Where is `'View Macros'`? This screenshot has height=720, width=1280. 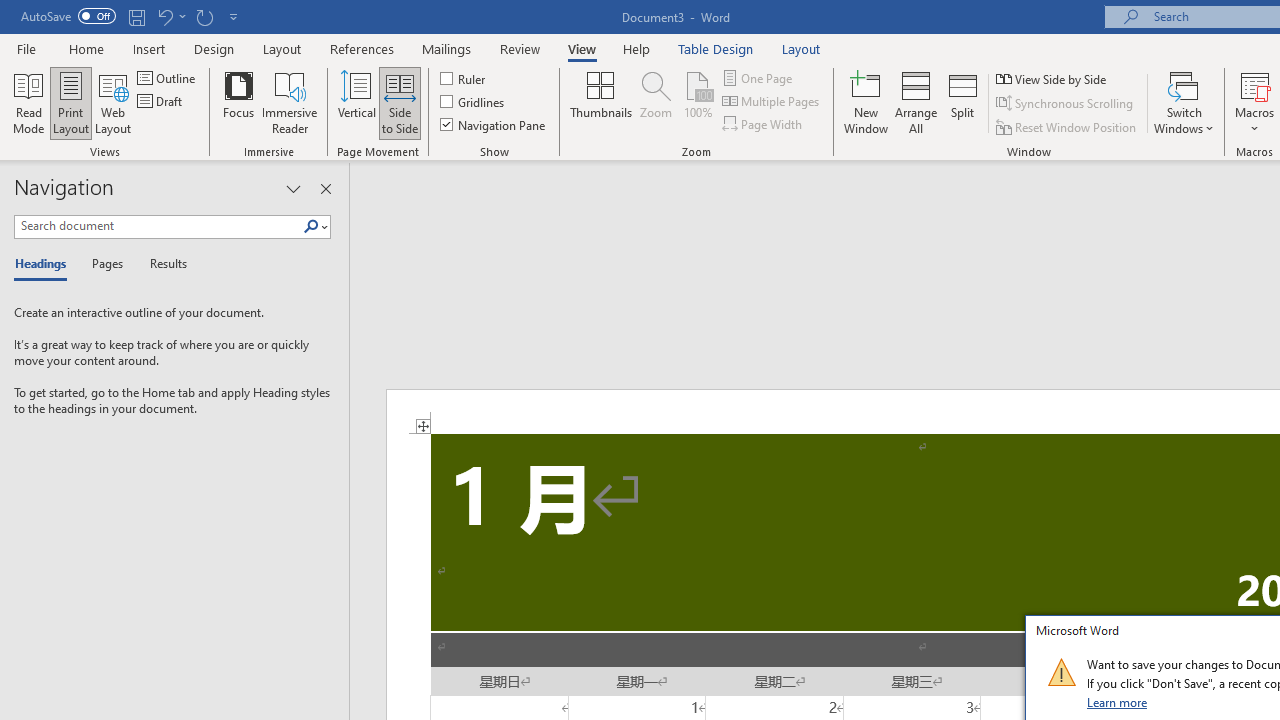 'View Macros' is located at coordinates (1254, 84).